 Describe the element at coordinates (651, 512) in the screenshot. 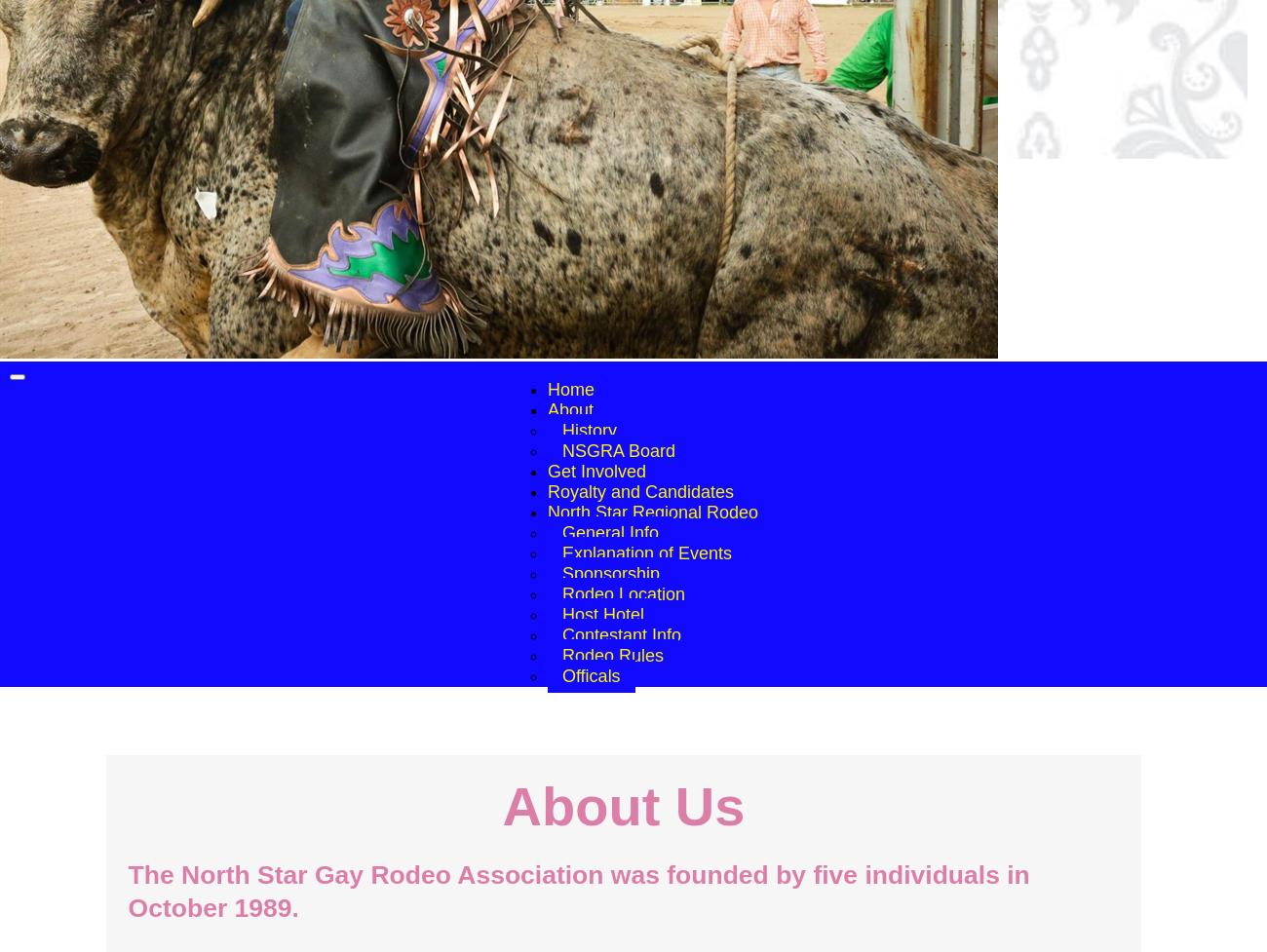

I see `'North Star Regional Rodeo'` at that location.